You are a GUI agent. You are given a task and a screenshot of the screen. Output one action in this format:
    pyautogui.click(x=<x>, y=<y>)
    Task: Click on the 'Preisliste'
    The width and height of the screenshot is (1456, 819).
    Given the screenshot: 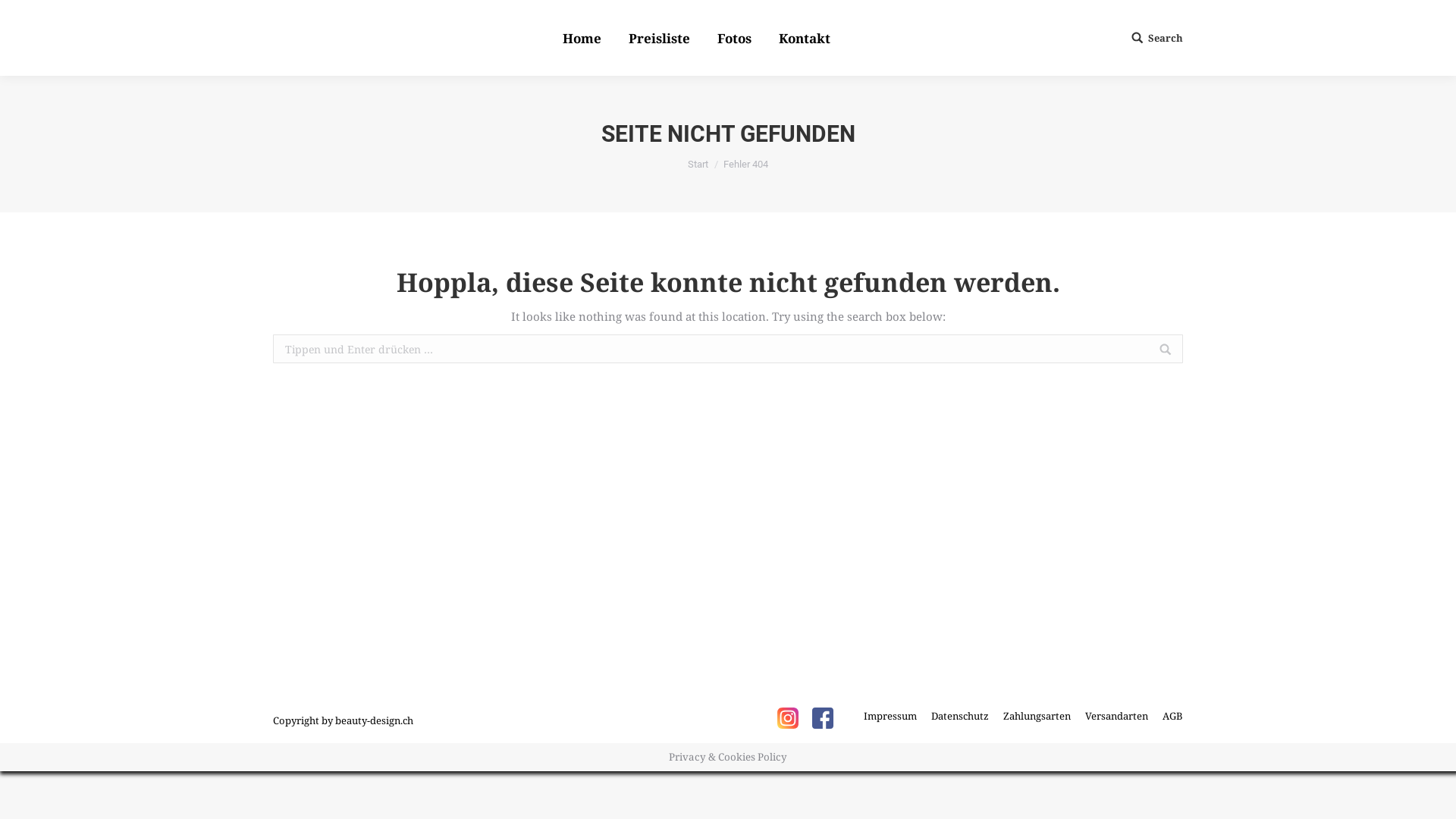 What is the action you would take?
    pyautogui.click(x=659, y=37)
    